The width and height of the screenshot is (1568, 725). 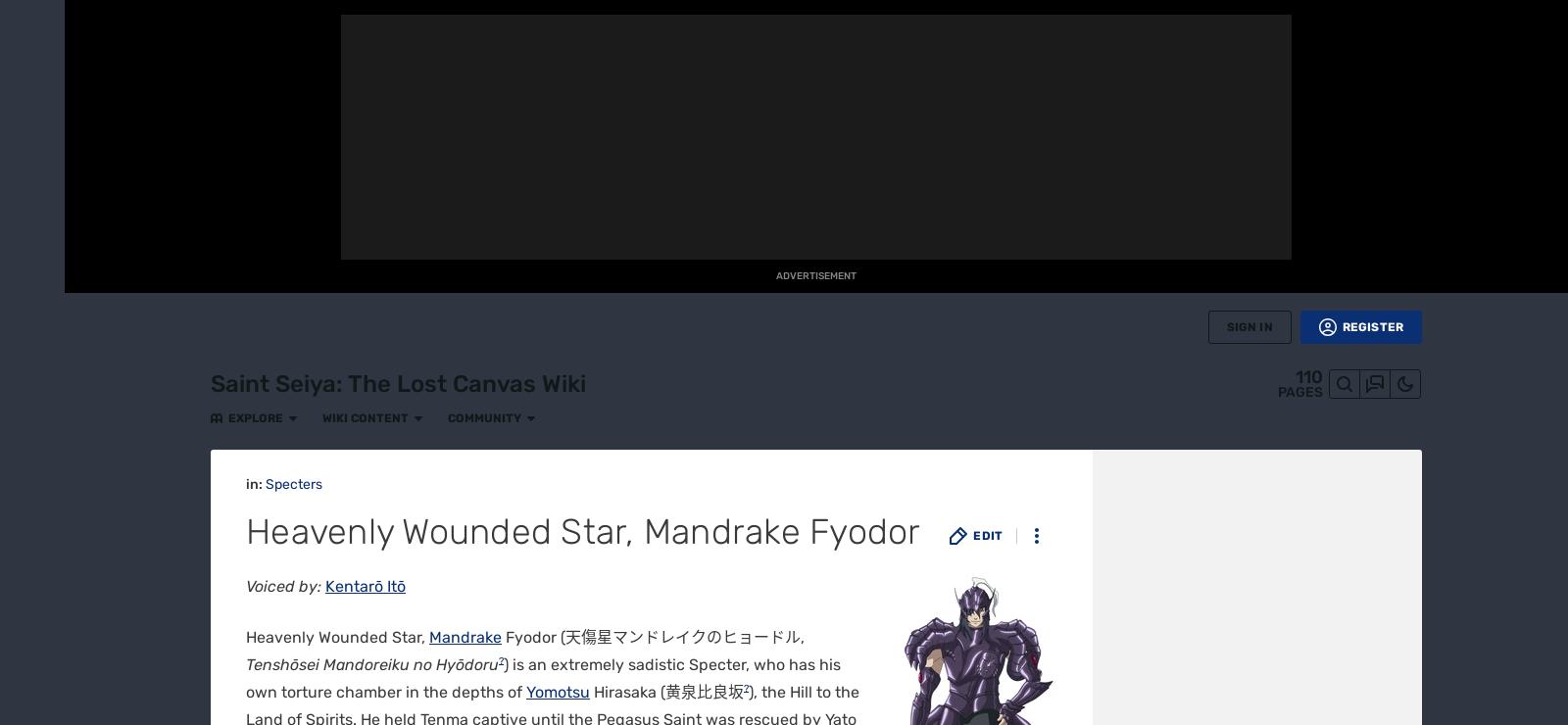 I want to click on 'Explore properties', so click(x=333, y=709).